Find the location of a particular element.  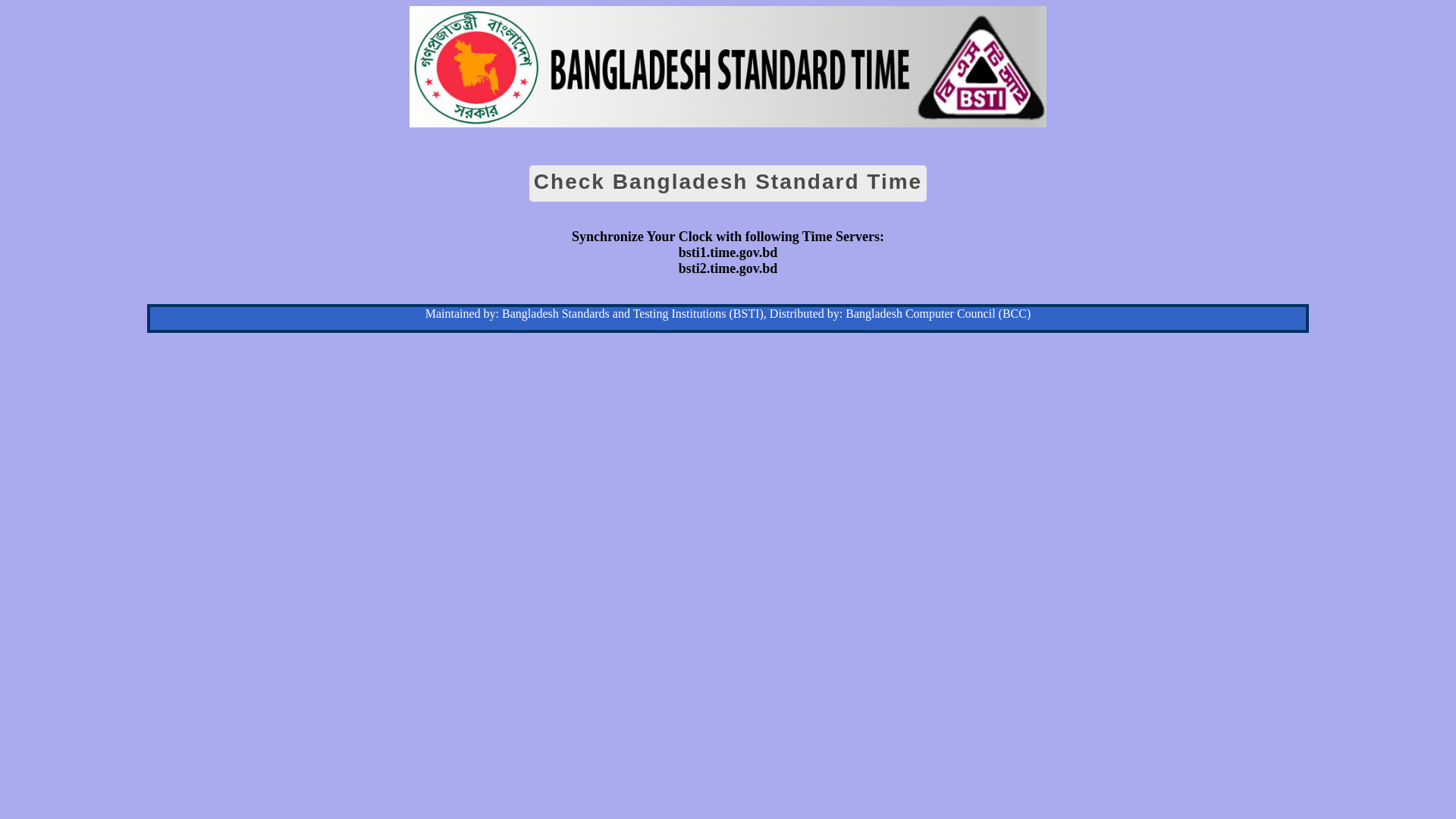

'Check Bangladesh Standard Time' is located at coordinates (728, 183).